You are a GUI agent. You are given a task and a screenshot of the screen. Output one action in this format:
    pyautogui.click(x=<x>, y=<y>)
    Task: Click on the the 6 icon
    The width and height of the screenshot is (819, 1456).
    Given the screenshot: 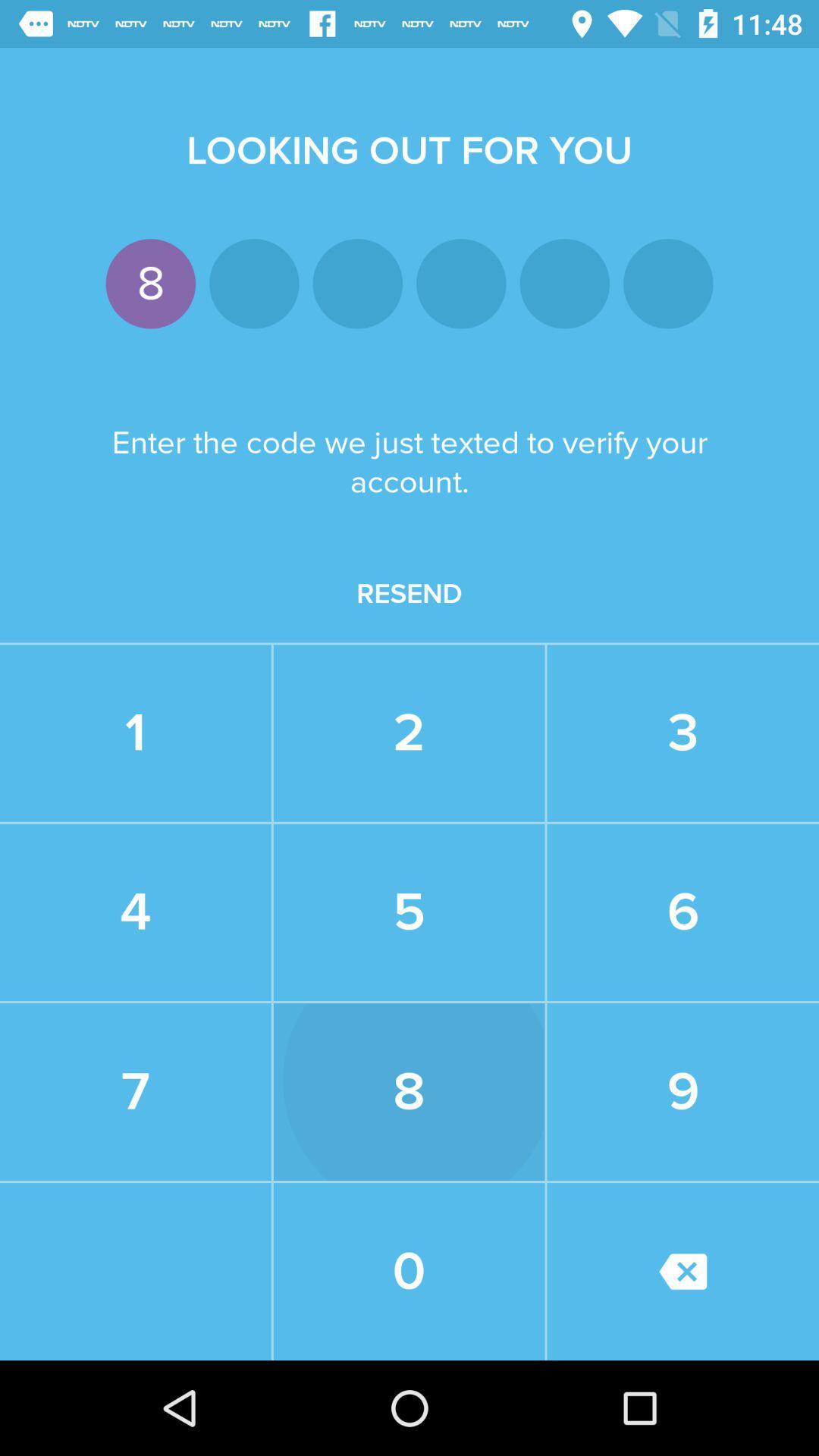 What is the action you would take?
    pyautogui.click(x=682, y=912)
    